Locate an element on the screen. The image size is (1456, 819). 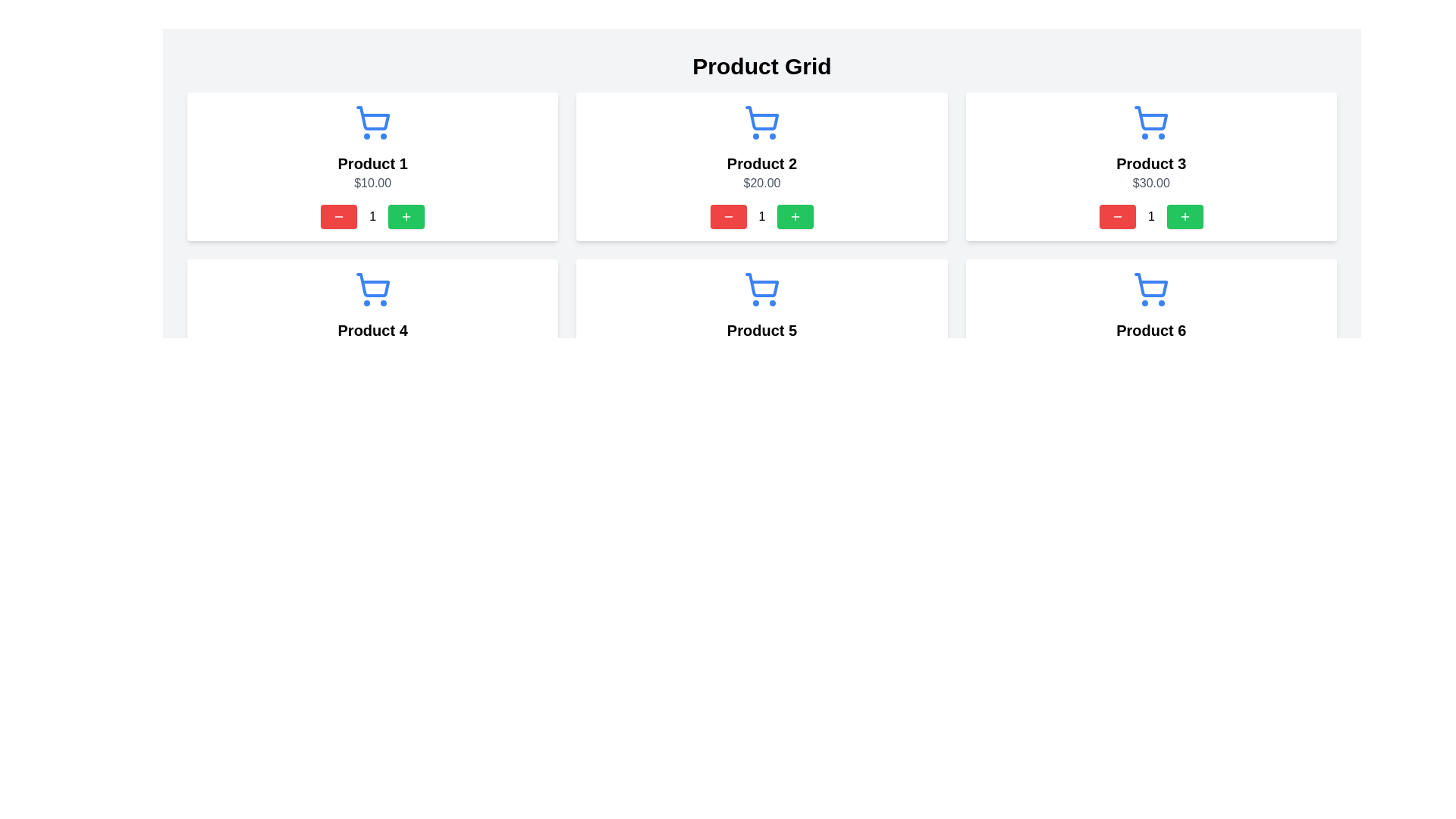
the Product display card located in the third position of the first row, which shows product details and allows quantity adjustments is located at coordinates (1151, 166).